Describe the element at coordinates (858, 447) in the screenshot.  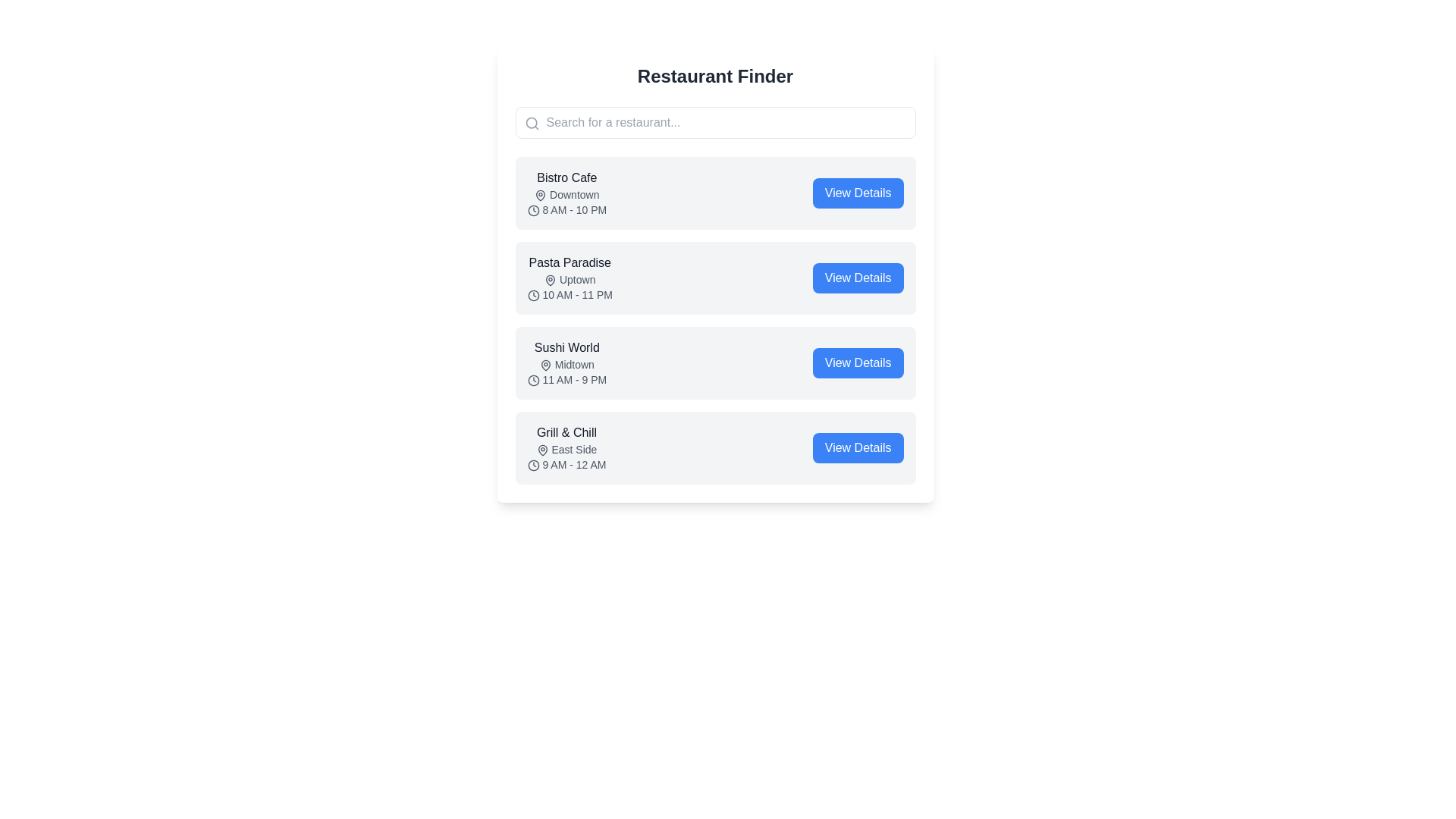
I see `the 'View Details' button with rounded corners and a blue background located in the last listing of restaurant entries, aligned to the right of 'Grill & Chill'` at that location.